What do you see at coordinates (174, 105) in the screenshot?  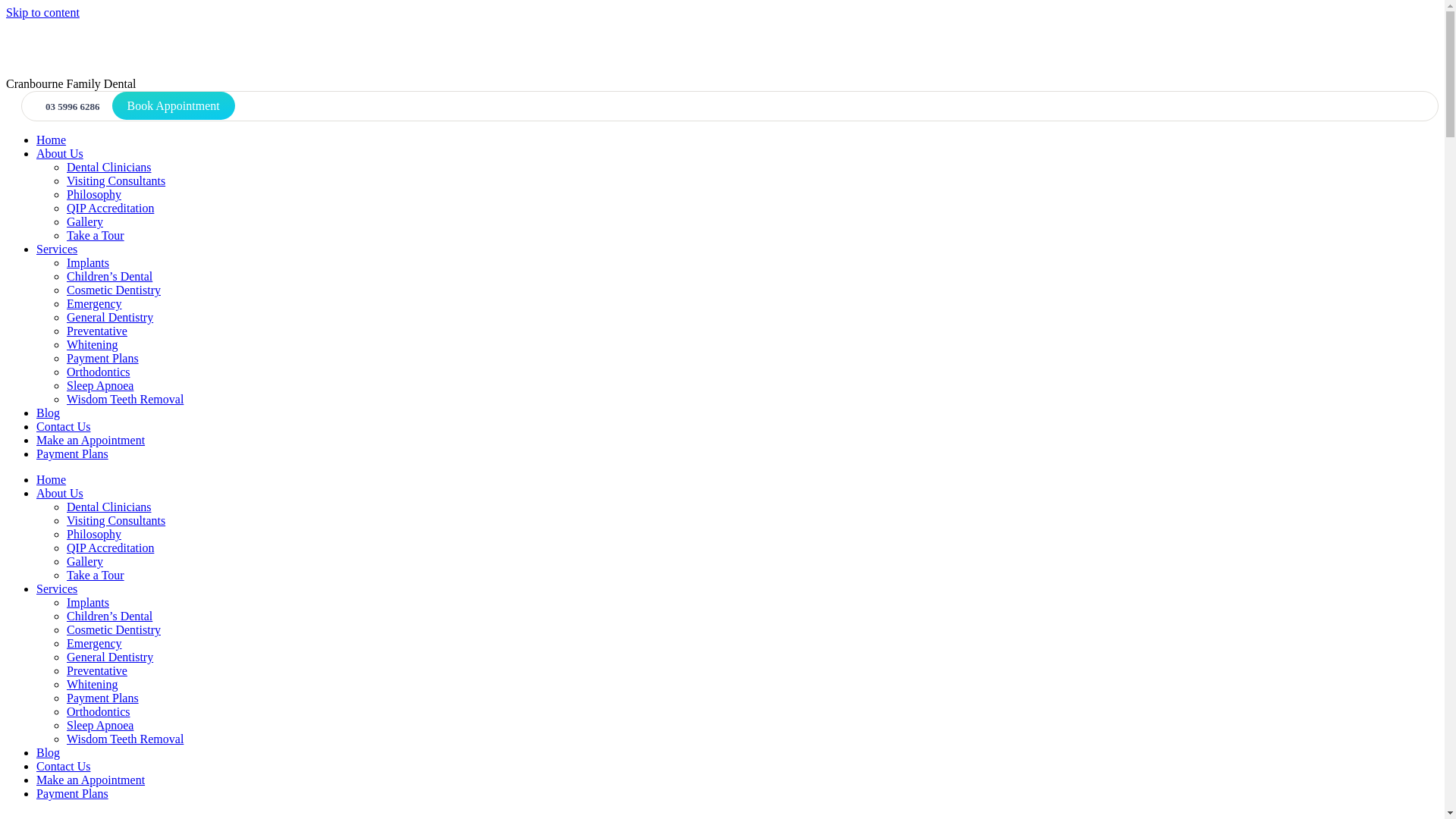 I see `'Book Appointment'` at bounding box center [174, 105].